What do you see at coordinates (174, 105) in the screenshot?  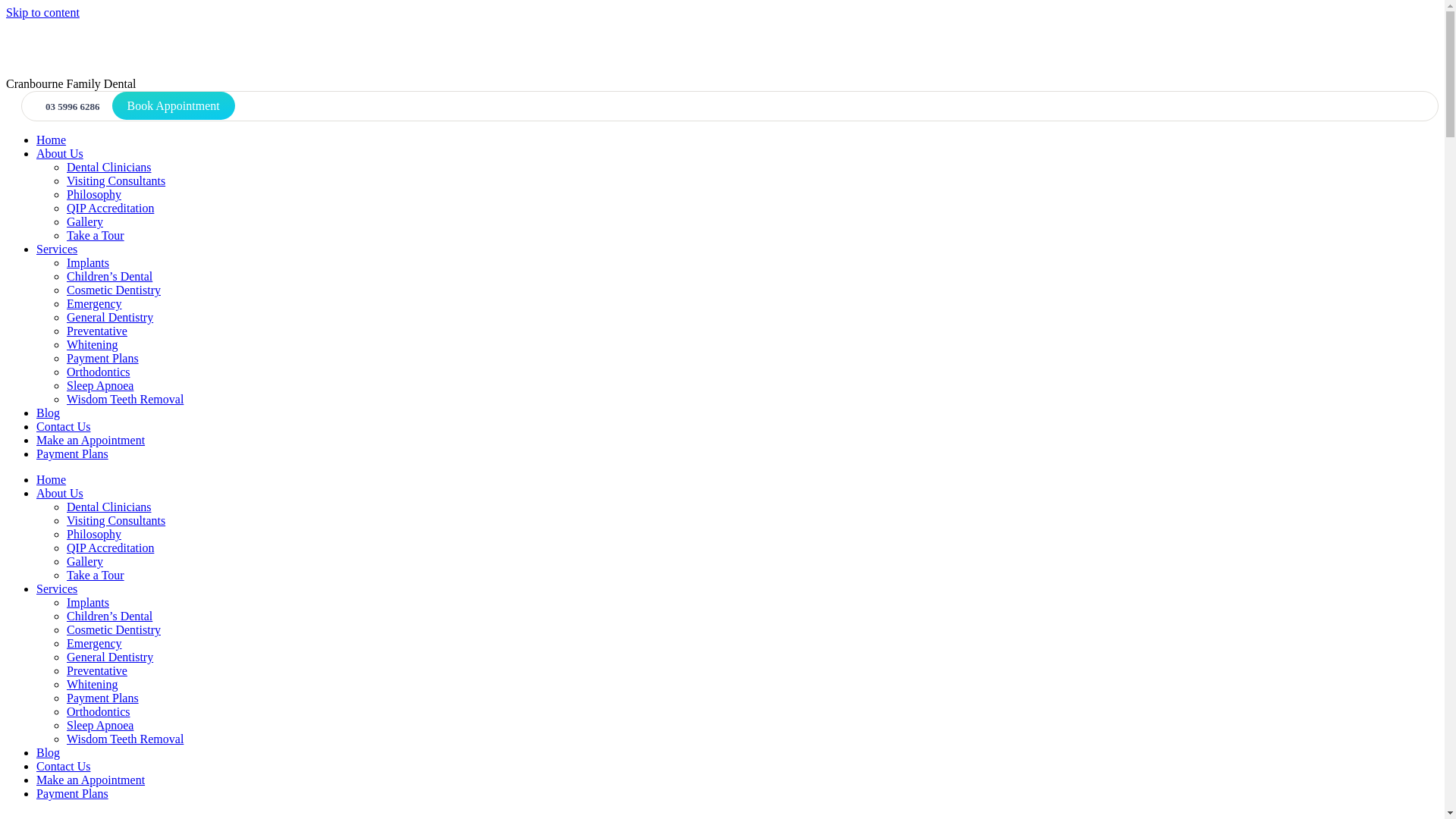 I see `'Book Appointment'` at bounding box center [174, 105].